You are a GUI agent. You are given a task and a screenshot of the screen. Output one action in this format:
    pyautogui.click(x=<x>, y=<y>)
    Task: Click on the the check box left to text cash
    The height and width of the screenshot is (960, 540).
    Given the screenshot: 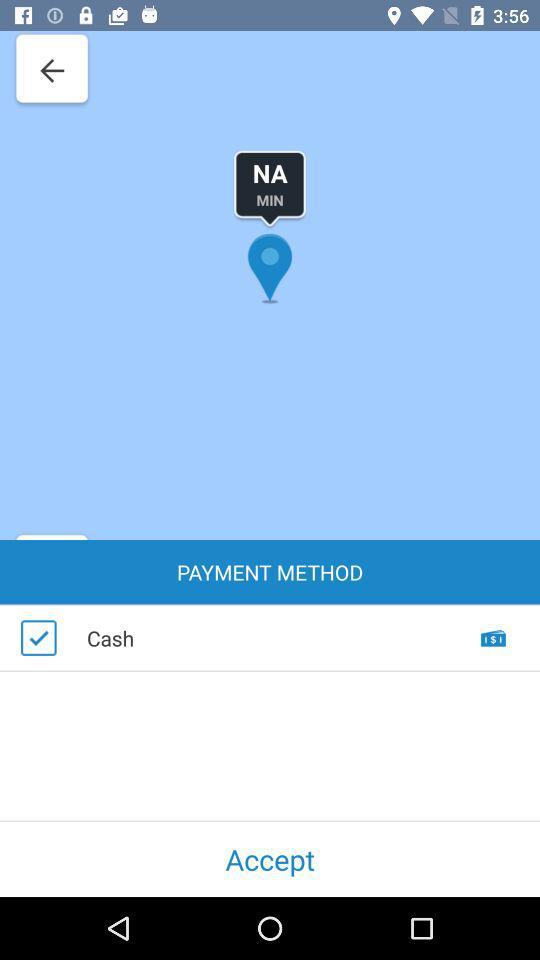 What is the action you would take?
    pyautogui.click(x=38, y=637)
    